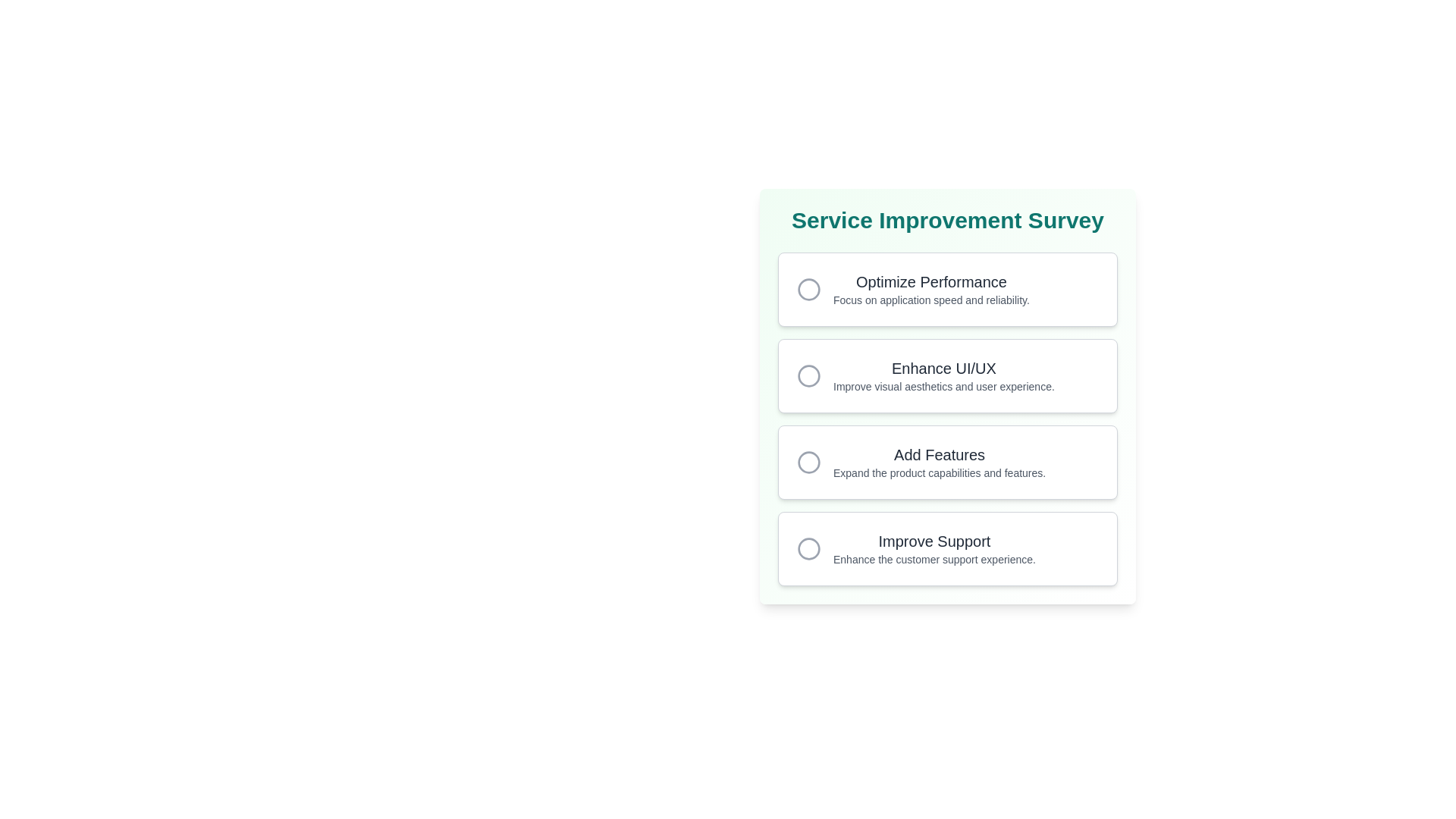  Describe the element at coordinates (930, 281) in the screenshot. I see `the text label displaying 'Optimize Performance', which is bolded and larger in size, located within the first selectable option of the 'Service Improvement Survey'` at that location.